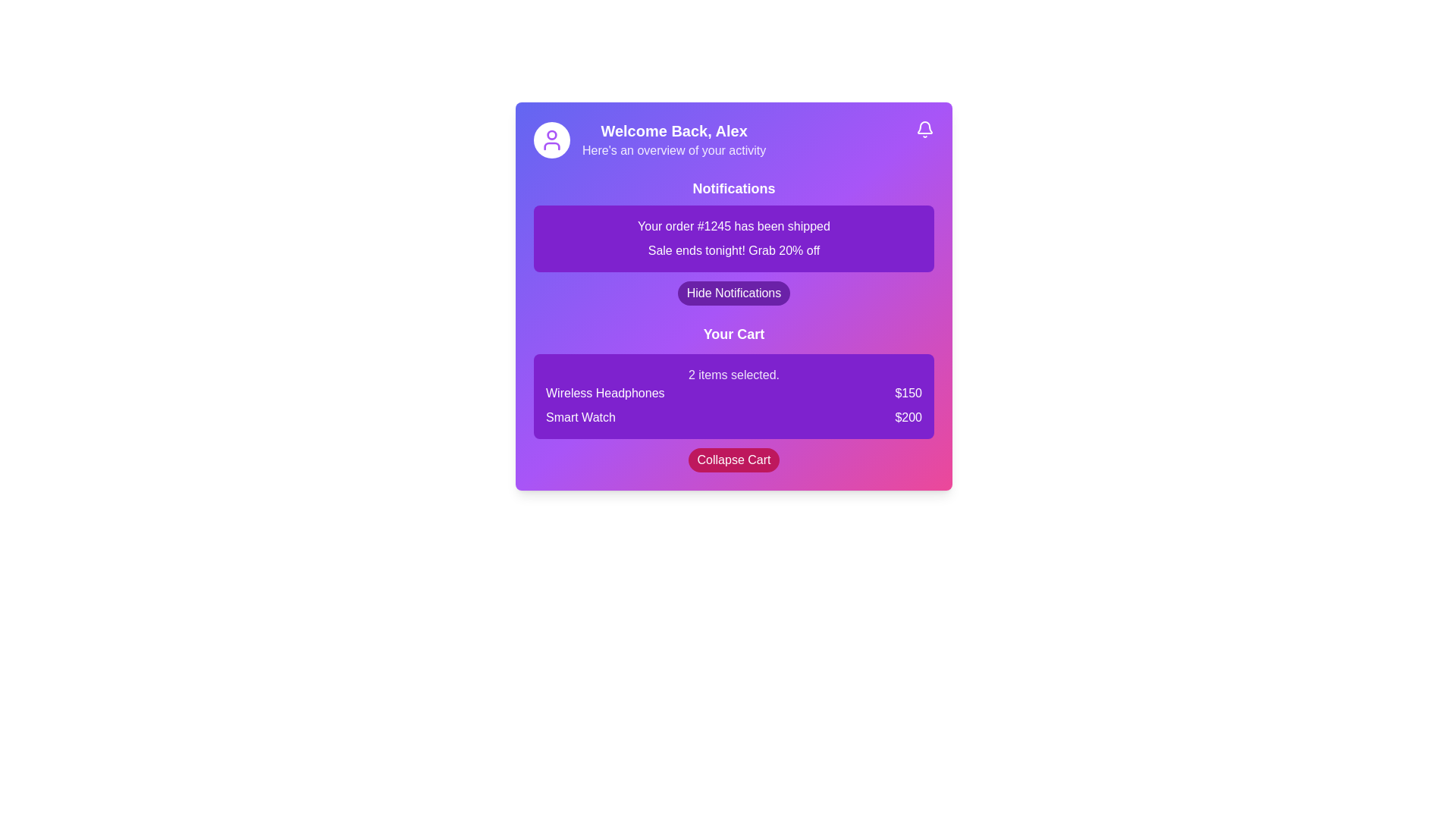 The image size is (1456, 819). Describe the element at coordinates (734, 459) in the screenshot. I see `the rounded rectangular button with a pinkish-red background and white text reading 'Collapse Cart'` at that location.